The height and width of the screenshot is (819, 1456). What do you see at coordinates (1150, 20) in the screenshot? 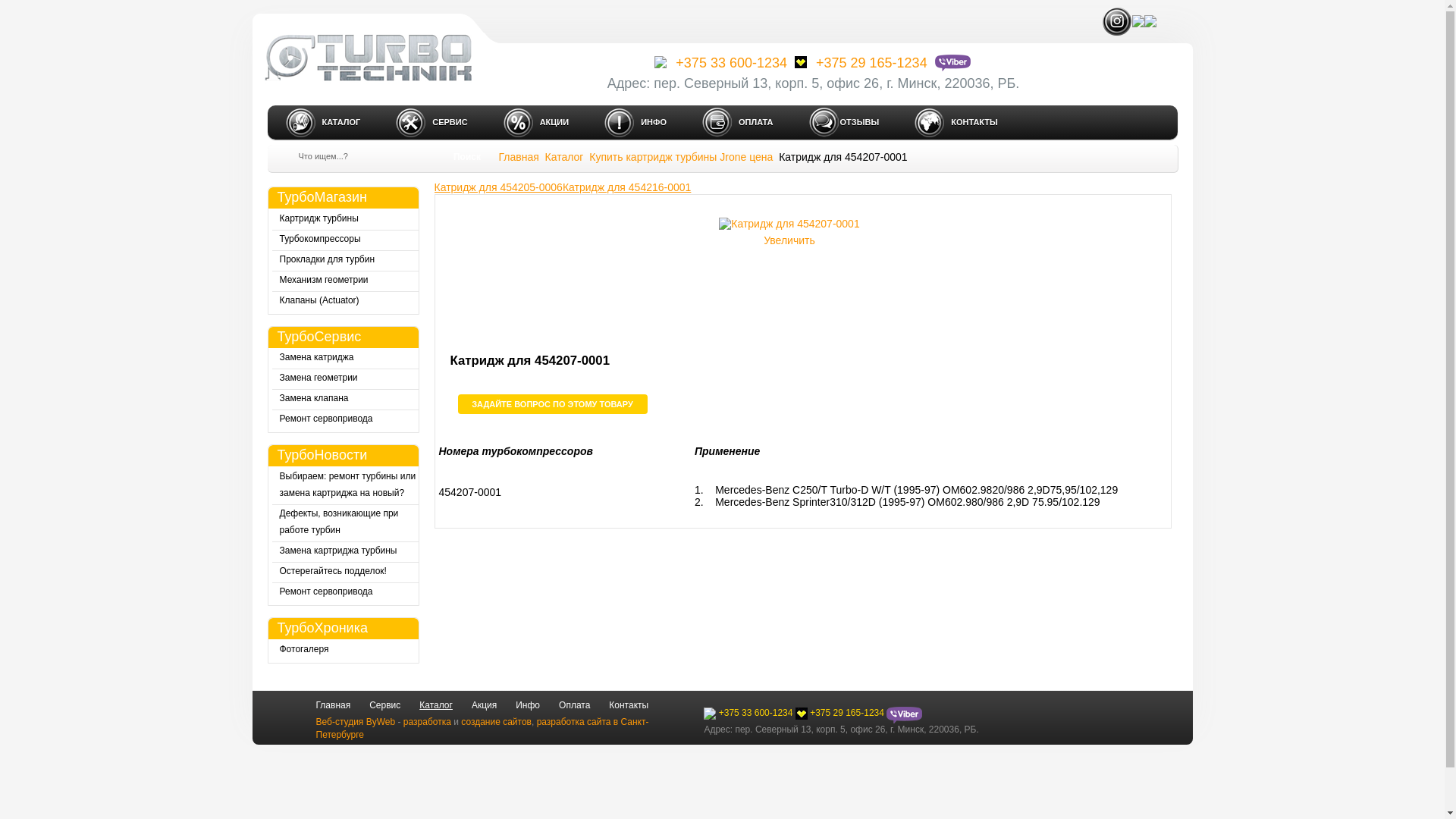
I see `'E-mail'` at bounding box center [1150, 20].